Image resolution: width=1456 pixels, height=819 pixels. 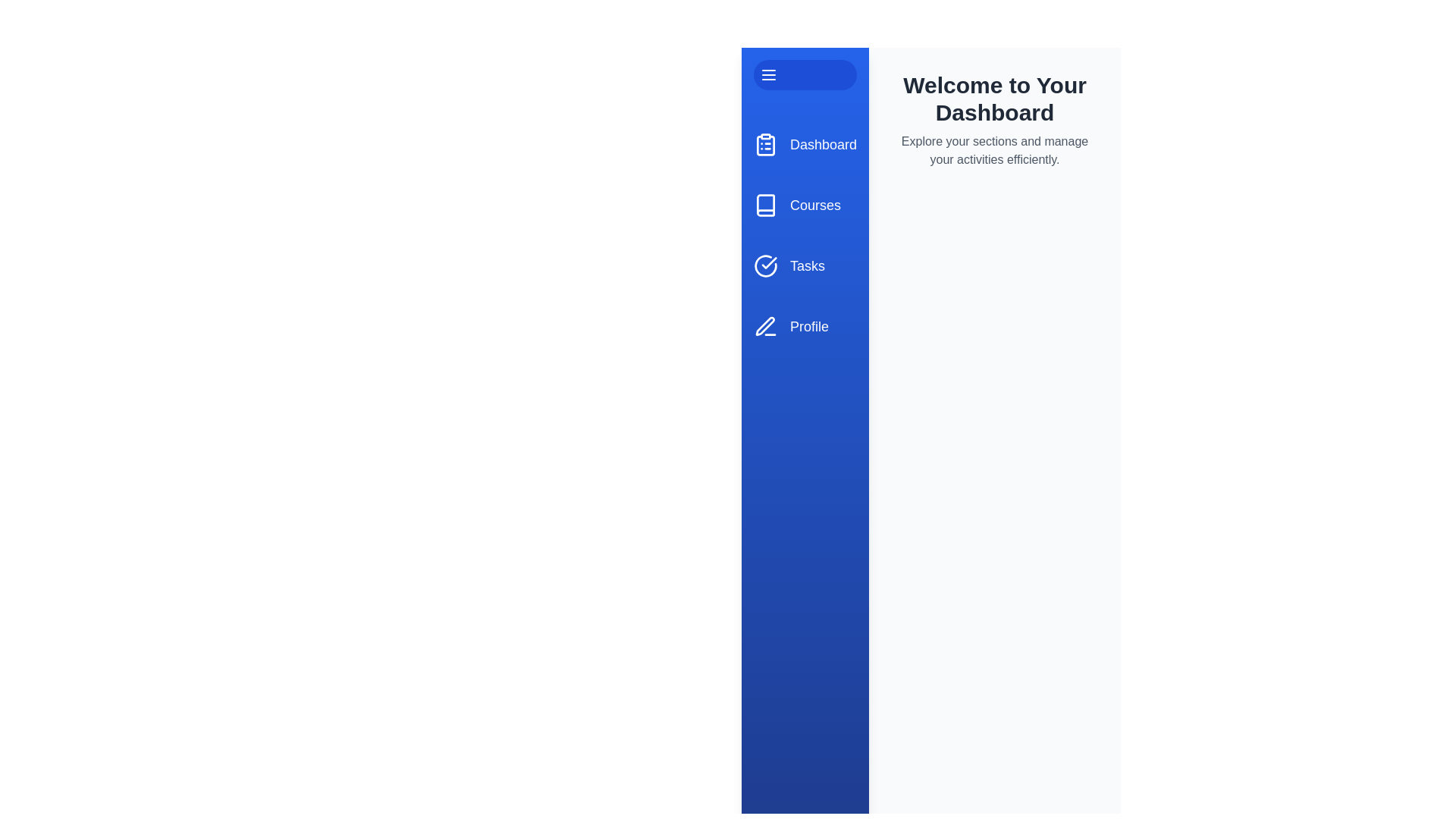 I want to click on the menu item Courses, so click(x=804, y=205).